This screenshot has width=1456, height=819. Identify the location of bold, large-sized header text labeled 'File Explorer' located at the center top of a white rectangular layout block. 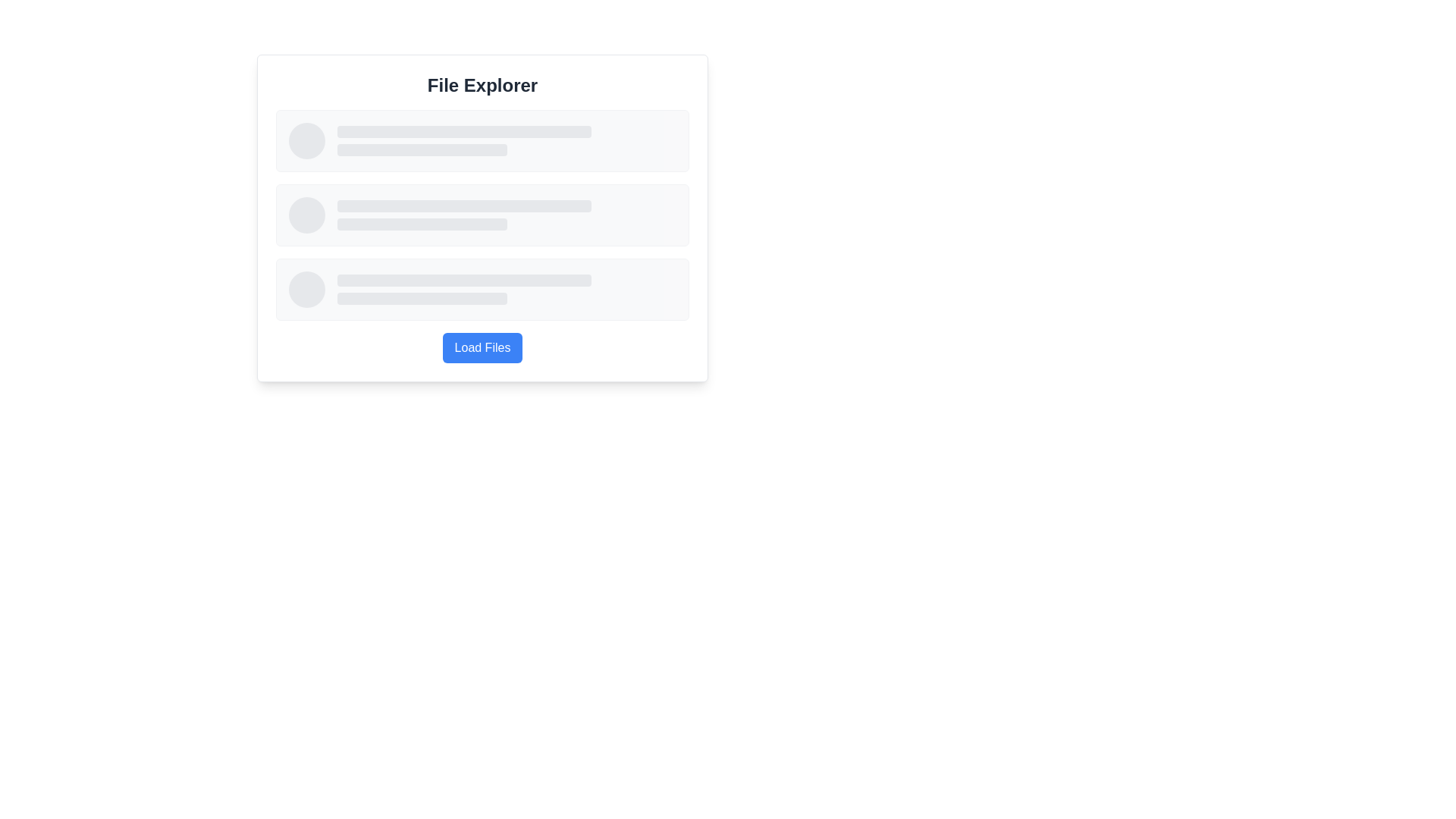
(482, 85).